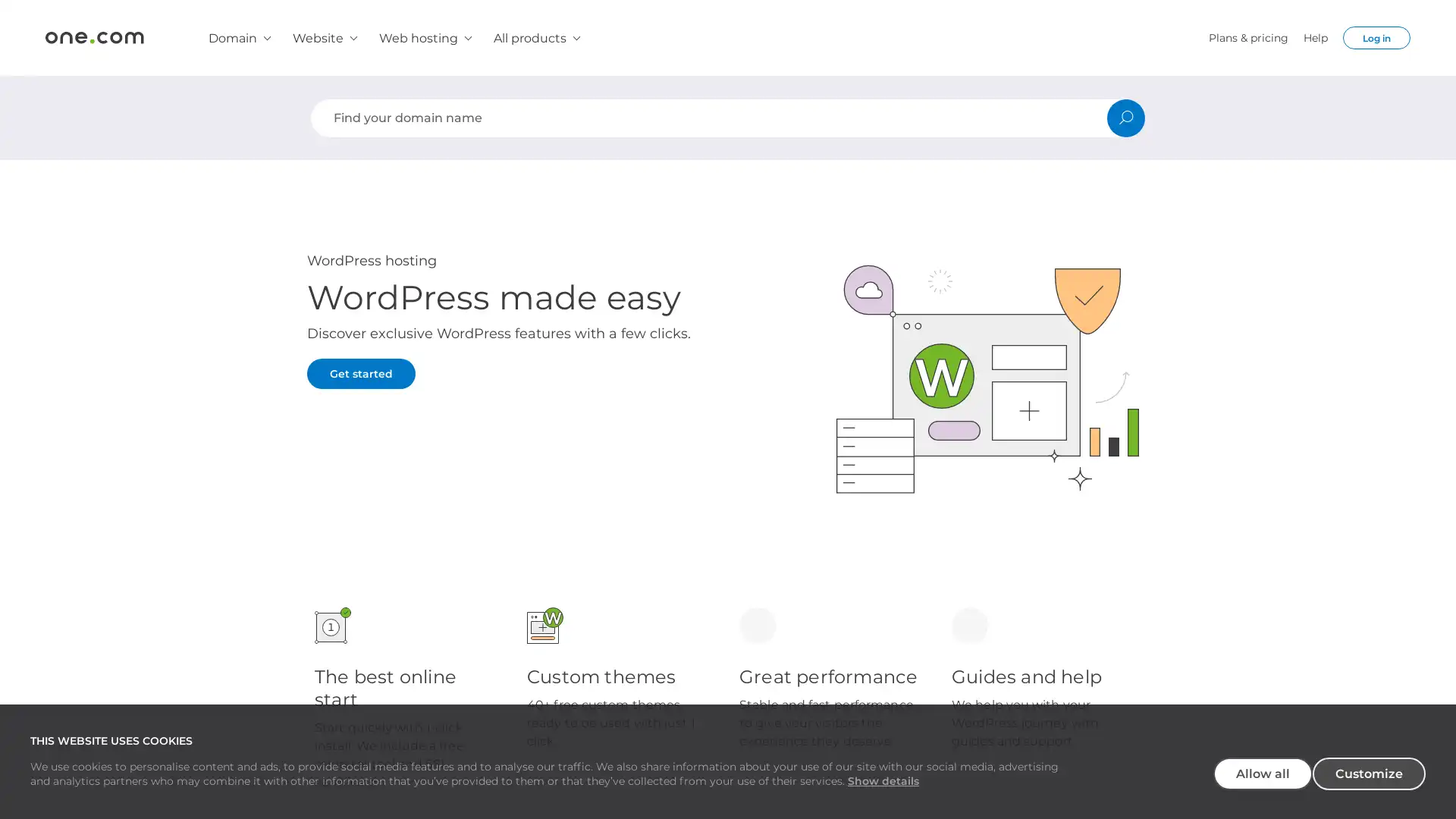  I want to click on Get started, so click(360, 374).